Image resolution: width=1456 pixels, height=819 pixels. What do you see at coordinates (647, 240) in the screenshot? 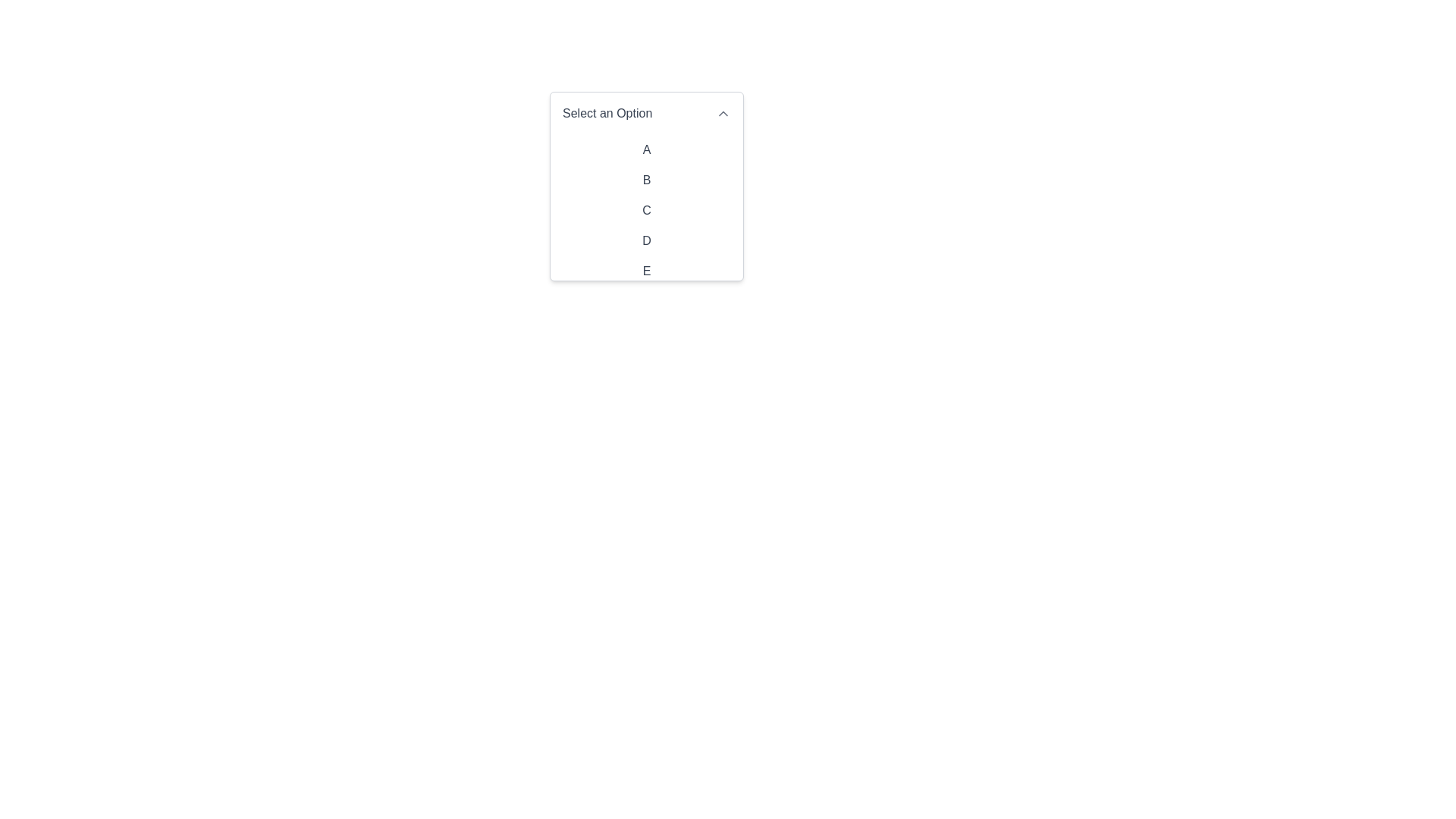
I see `the fourth list item labeled 'D' in the dropdown menu` at bounding box center [647, 240].